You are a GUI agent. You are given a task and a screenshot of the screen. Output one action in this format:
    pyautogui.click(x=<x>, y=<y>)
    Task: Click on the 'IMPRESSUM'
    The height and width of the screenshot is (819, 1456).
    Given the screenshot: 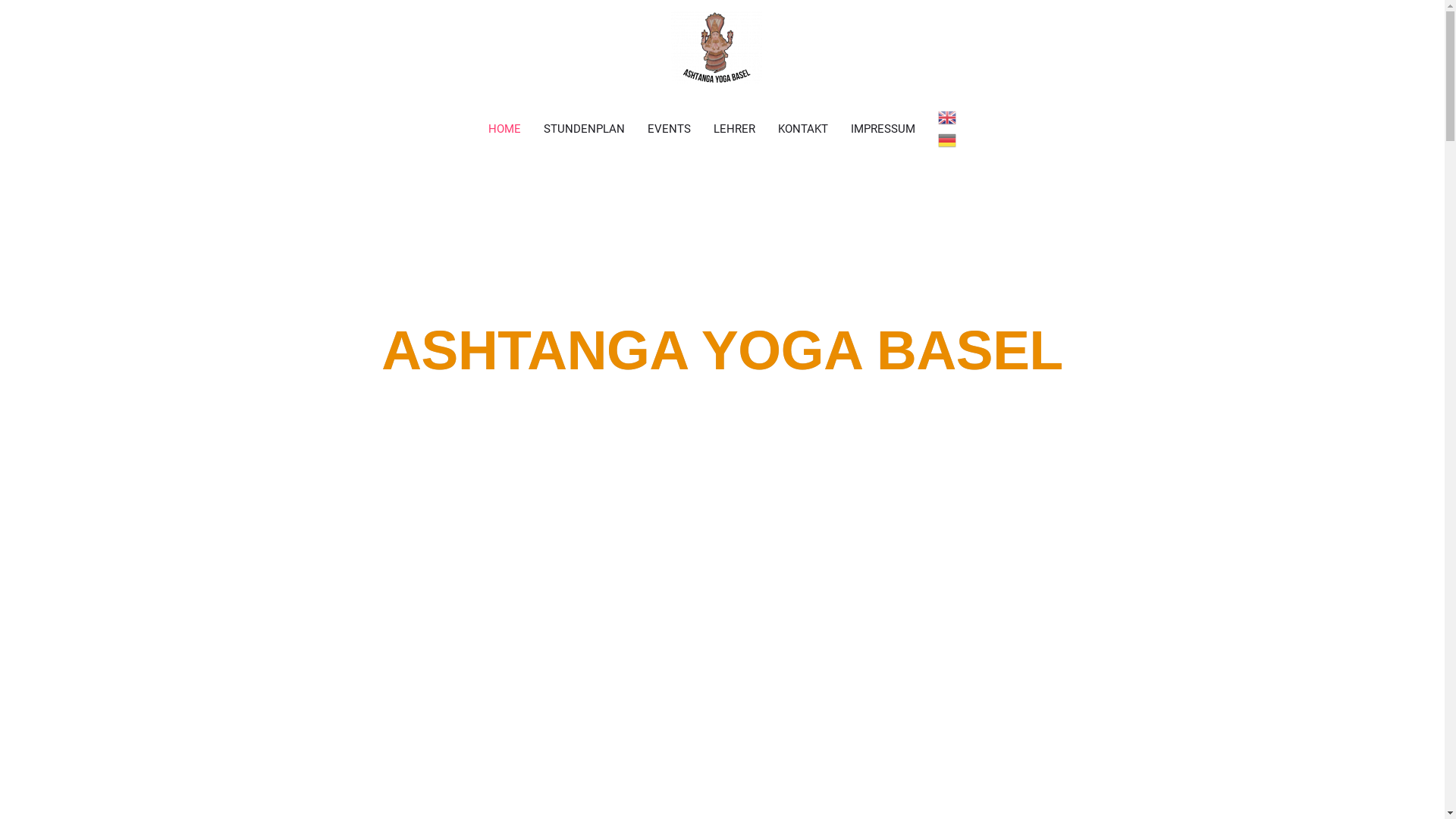 What is the action you would take?
    pyautogui.click(x=839, y=127)
    